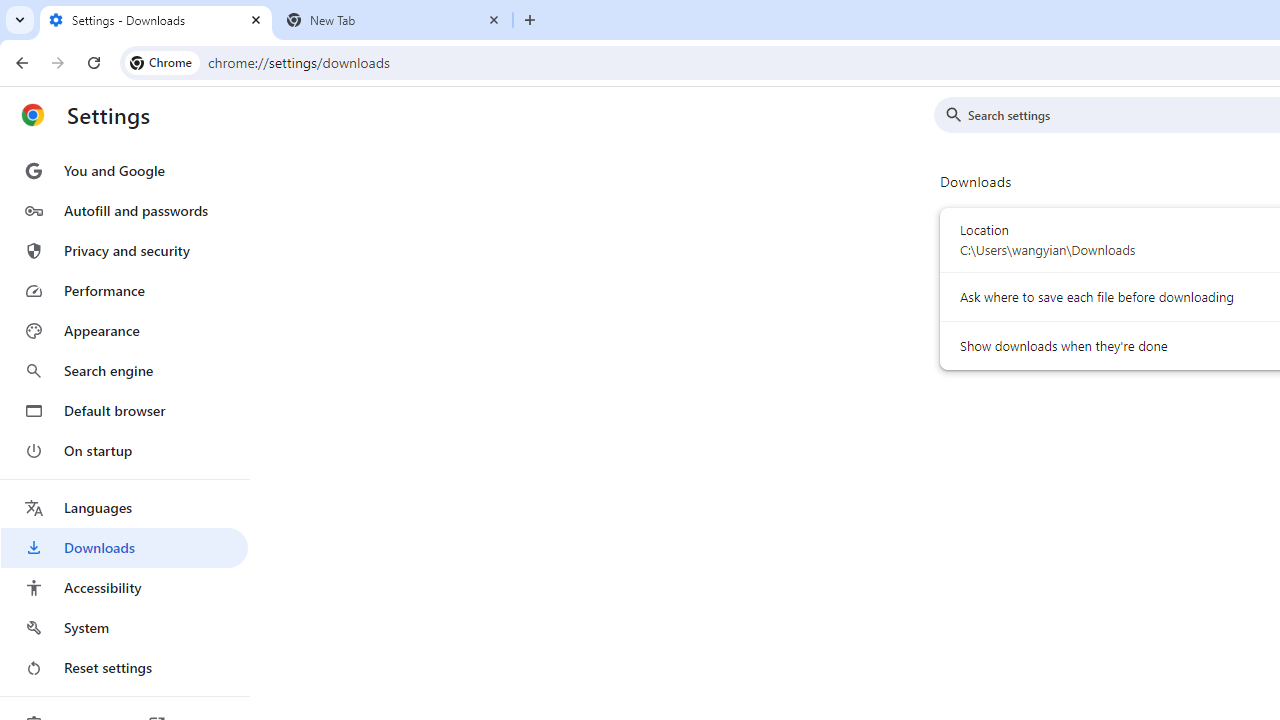 The width and height of the screenshot is (1280, 720). What do you see at coordinates (123, 668) in the screenshot?
I see `'Reset settings'` at bounding box center [123, 668].